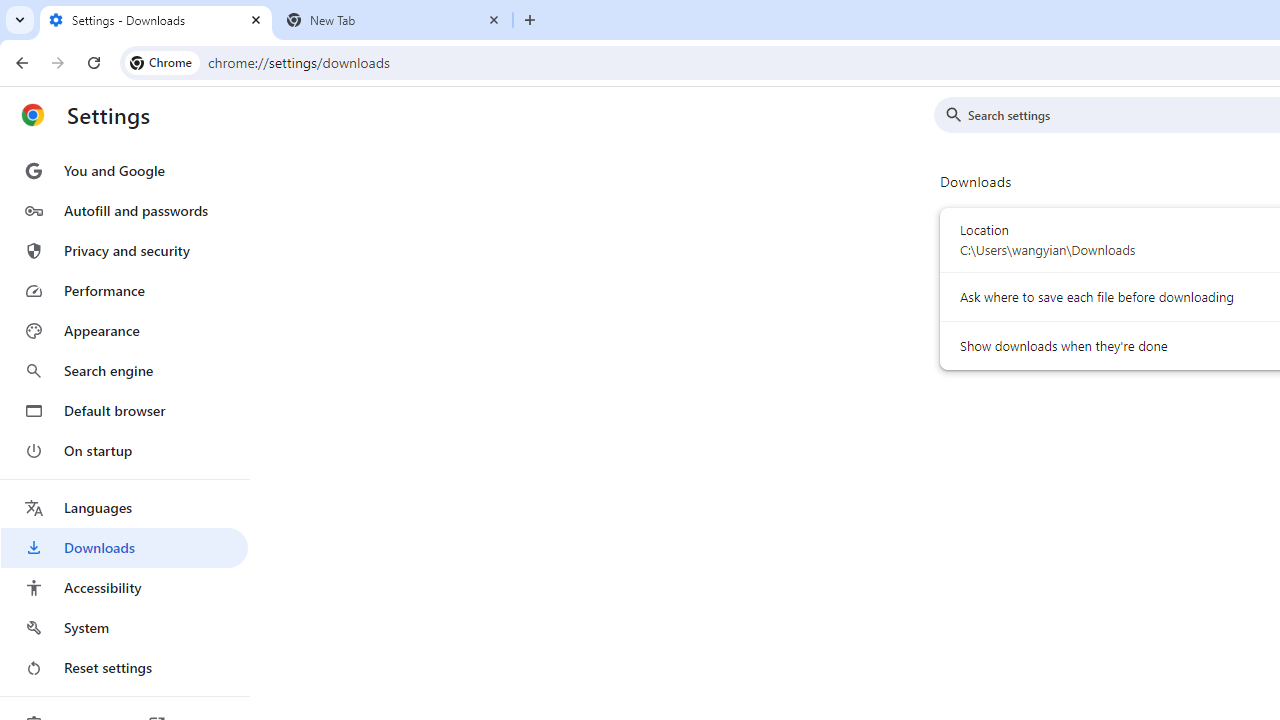 The width and height of the screenshot is (1280, 720). What do you see at coordinates (123, 668) in the screenshot?
I see `'Reset settings'` at bounding box center [123, 668].